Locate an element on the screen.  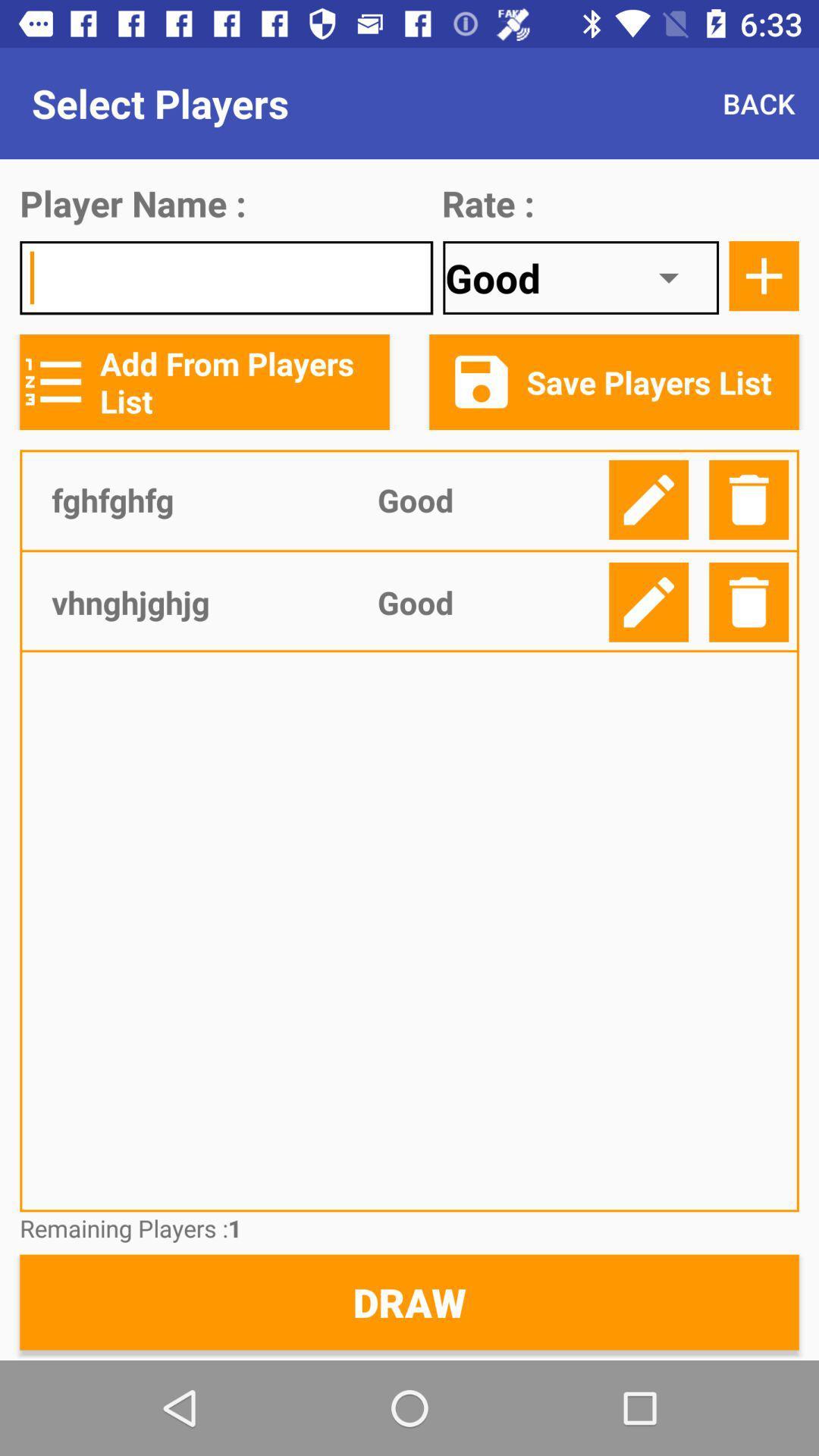
pencil box is located at coordinates (648, 500).